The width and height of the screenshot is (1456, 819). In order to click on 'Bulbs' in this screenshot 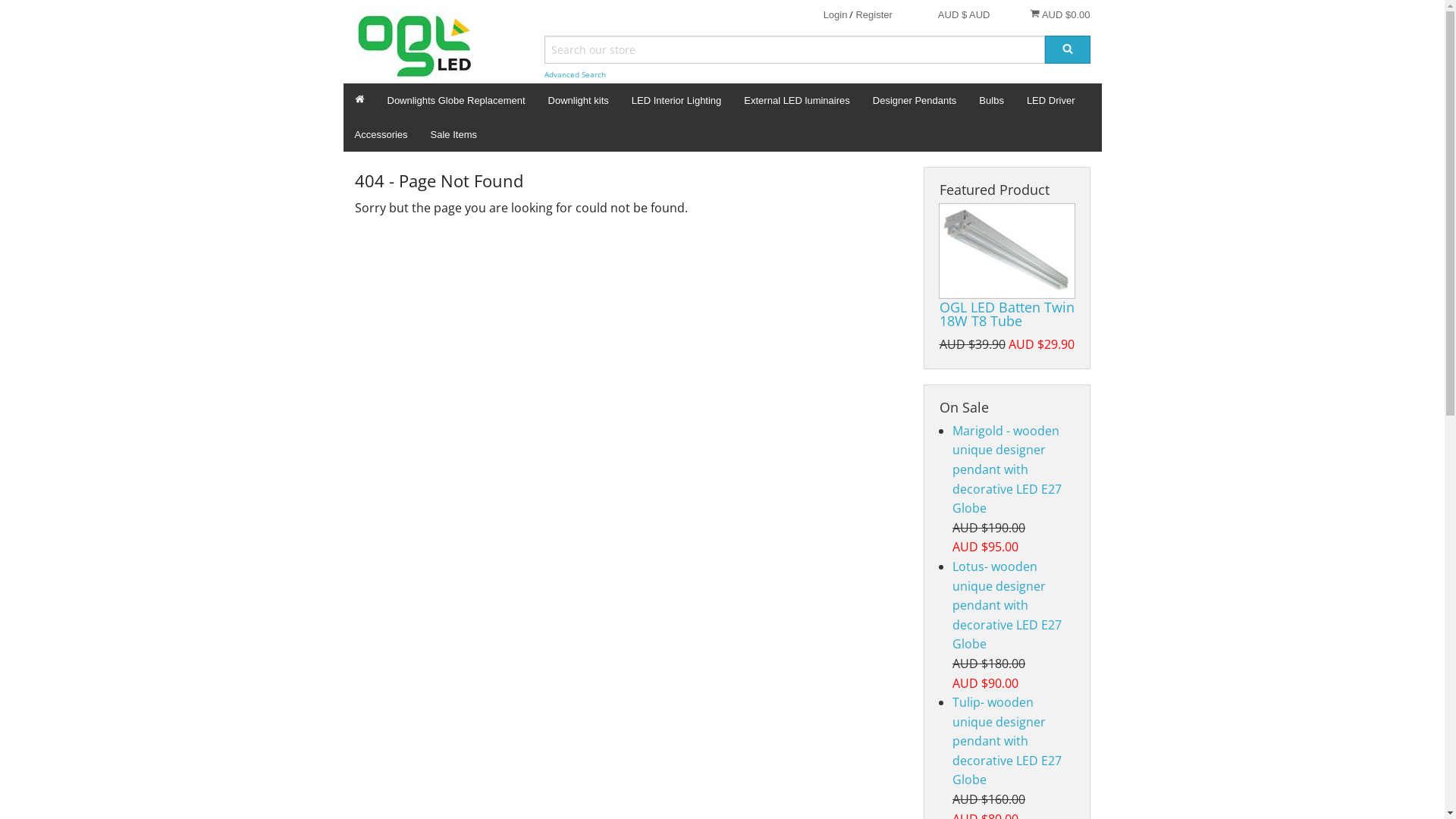, I will do `click(991, 100)`.